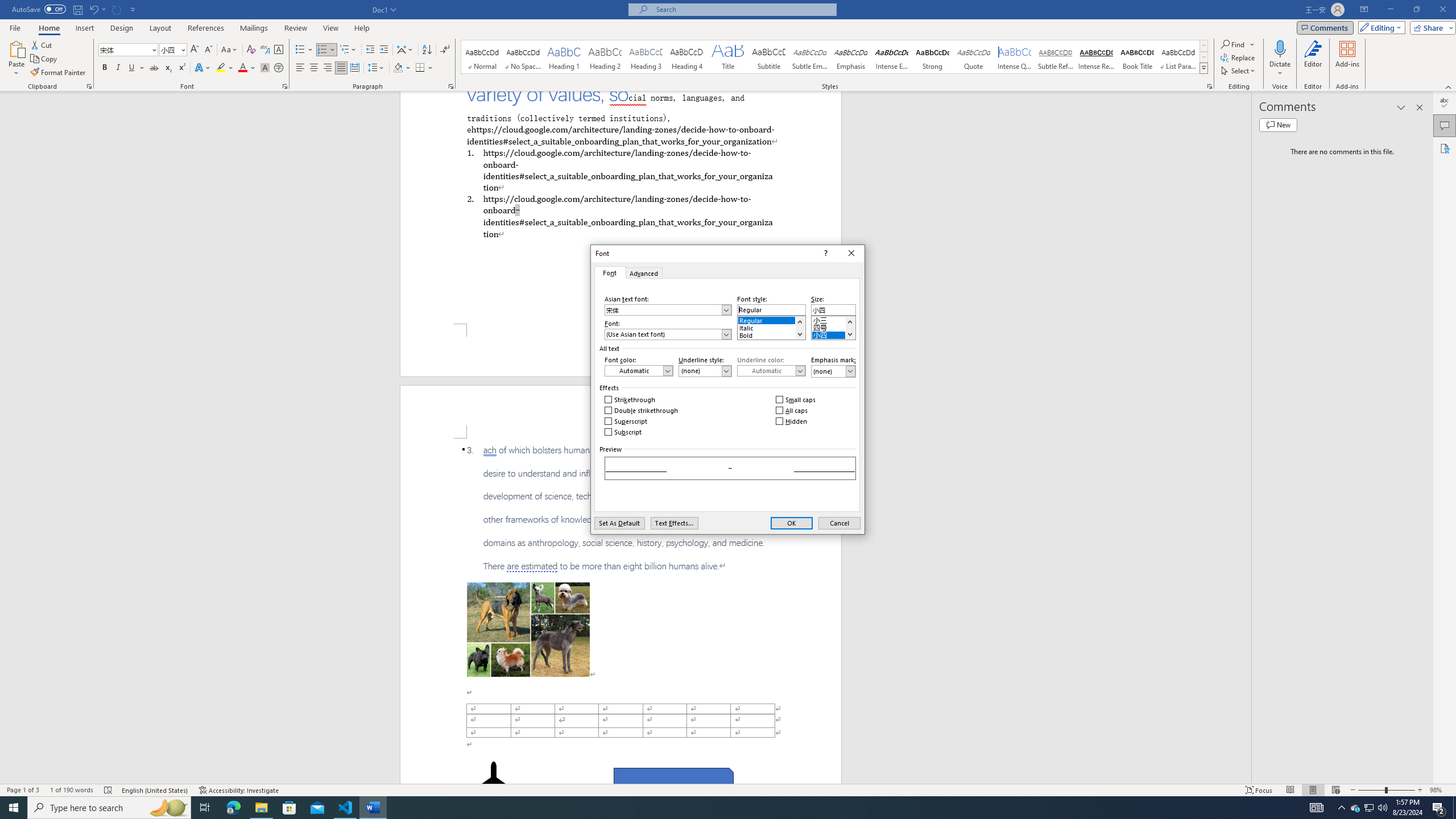 This screenshot has width=1456, height=819. I want to click on 'Insert', so click(84, 28).